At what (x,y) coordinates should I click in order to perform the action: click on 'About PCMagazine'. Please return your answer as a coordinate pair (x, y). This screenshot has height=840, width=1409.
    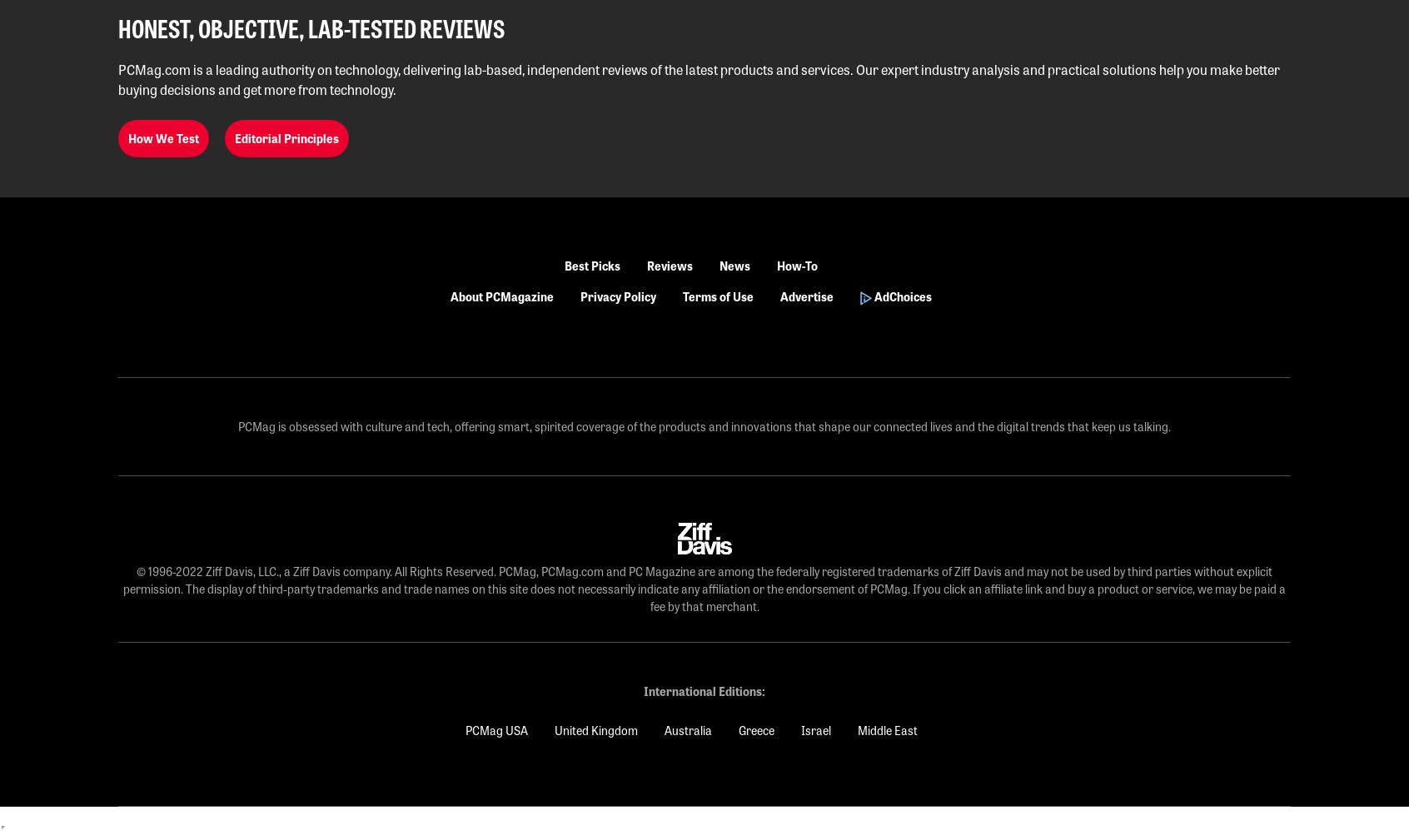
    Looking at the image, I should click on (501, 295).